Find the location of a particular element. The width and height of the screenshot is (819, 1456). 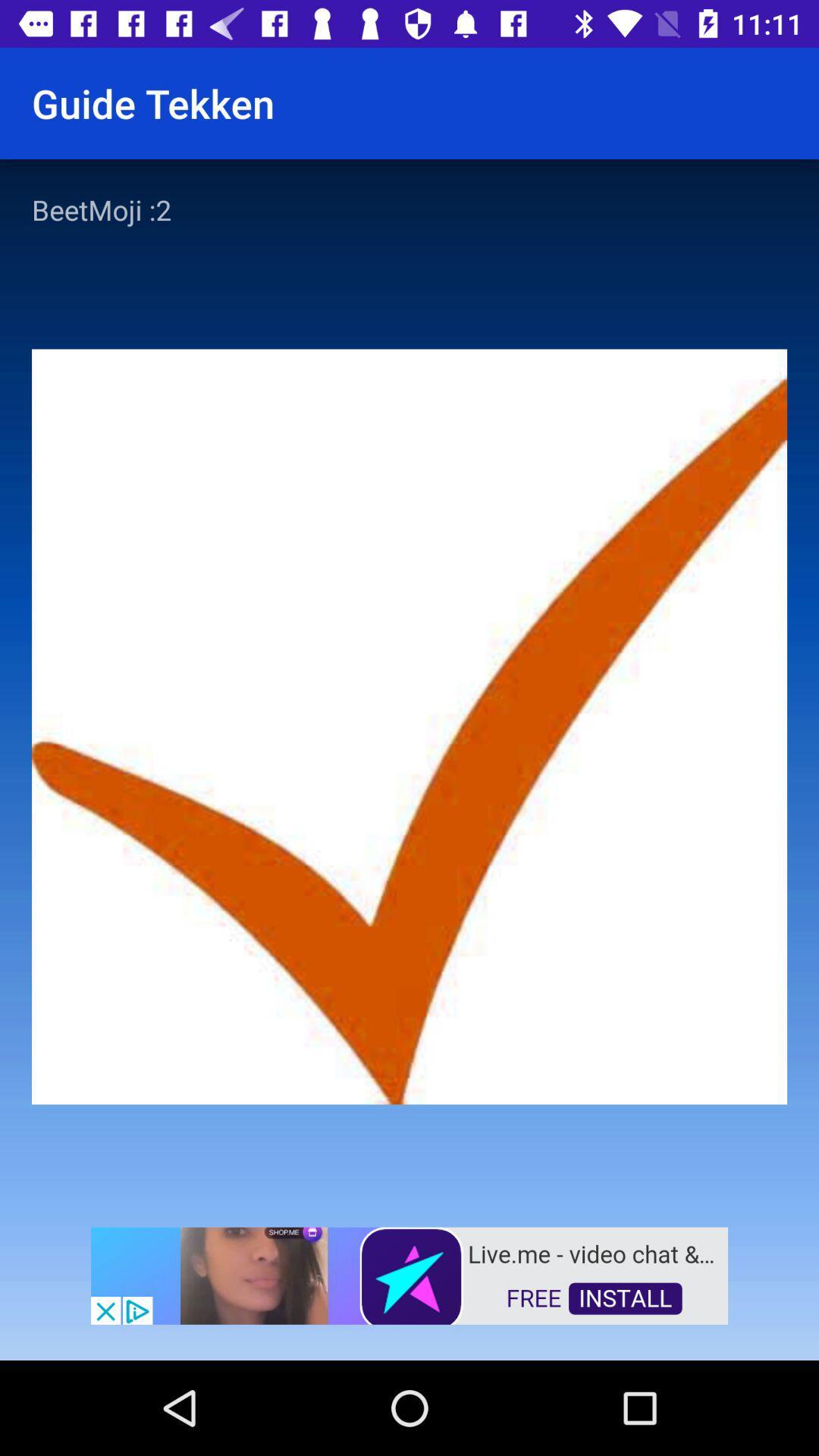

click on advertisement is located at coordinates (409, 1274).